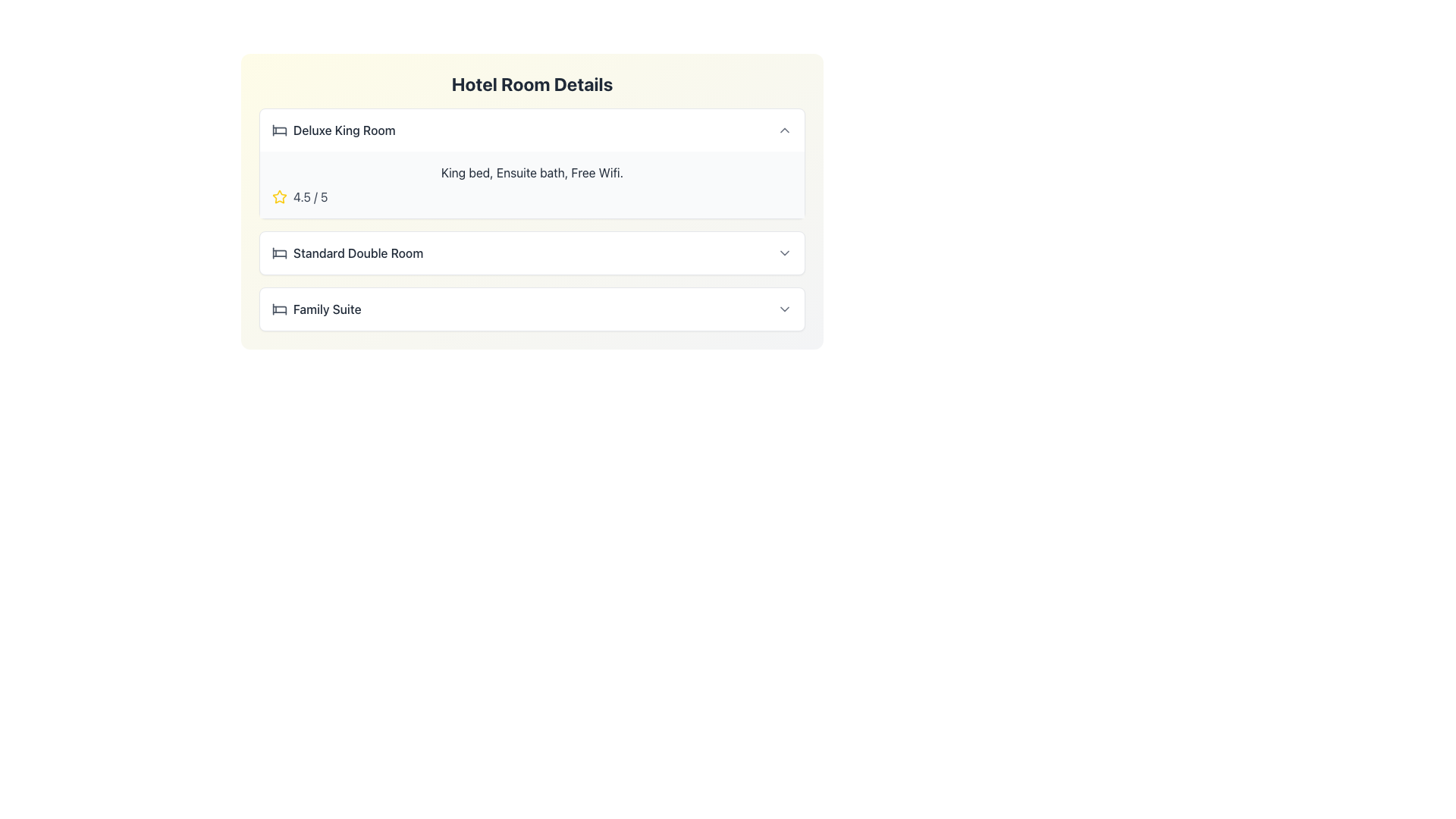 The image size is (1456, 819). What do you see at coordinates (326, 309) in the screenshot?
I see `text content of the 'Family Suite' label displayed at the bottom of the room options list in the 'Hotel Room Details' section` at bounding box center [326, 309].